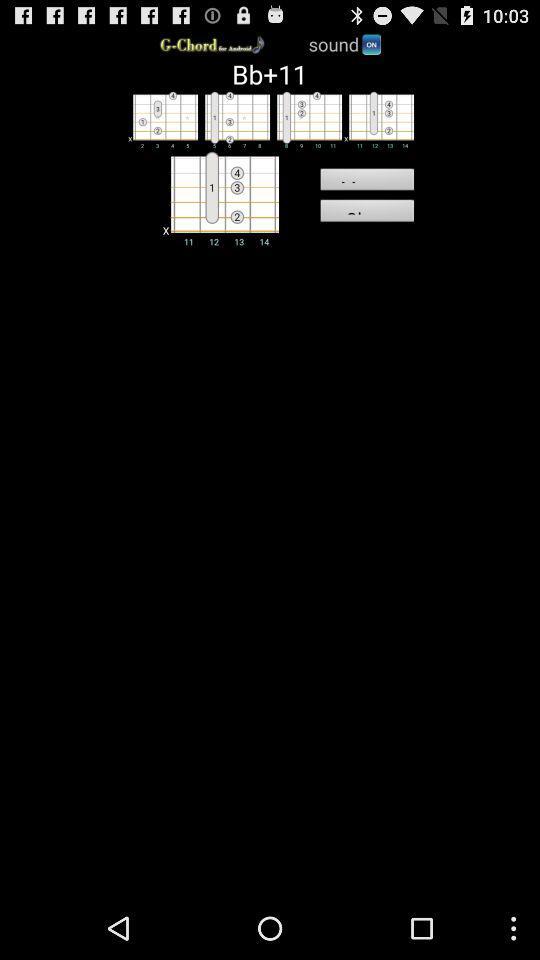  What do you see at coordinates (161, 119) in the screenshot?
I see `to view chord` at bounding box center [161, 119].